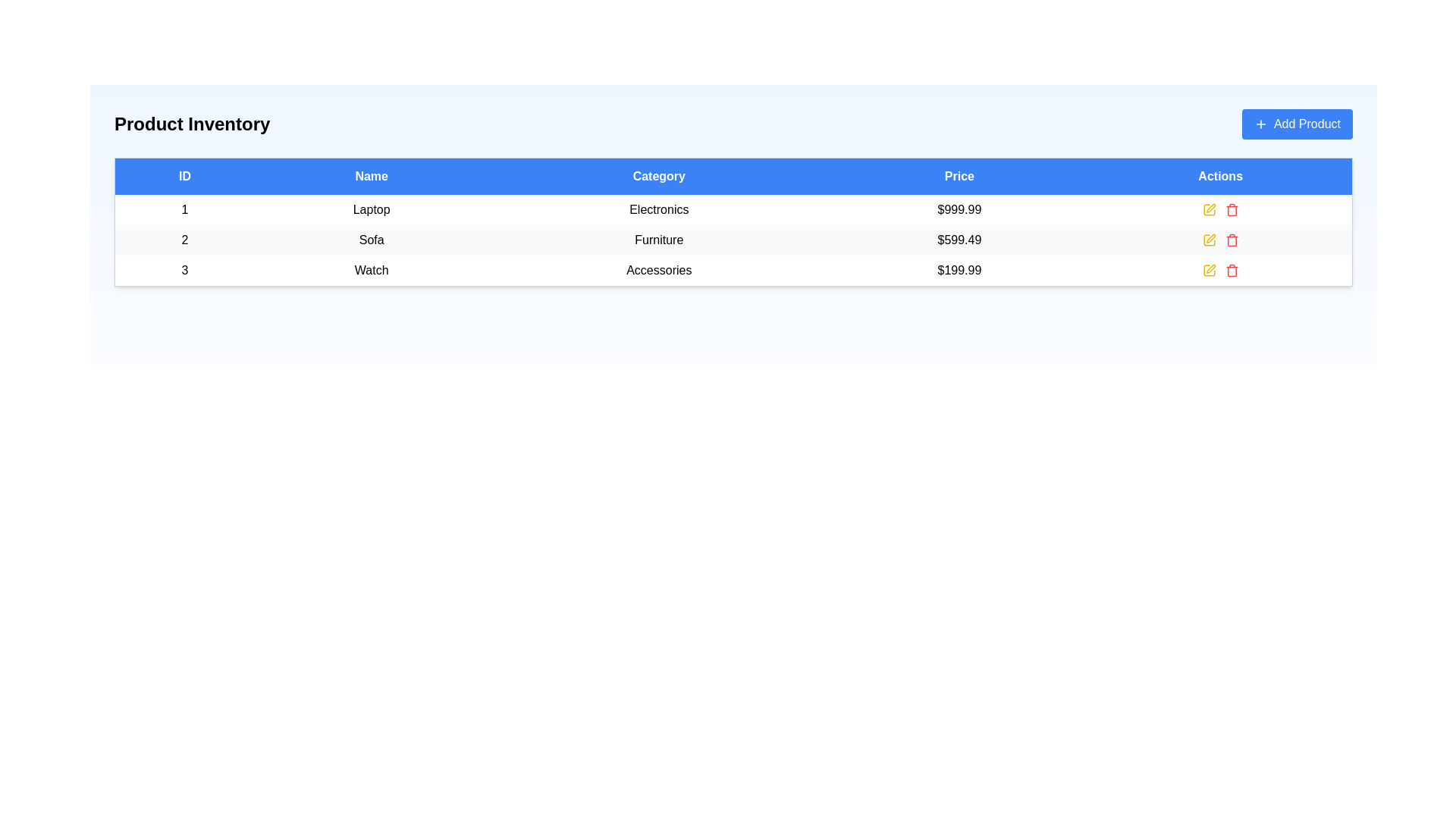  What do you see at coordinates (959, 270) in the screenshot?
I see `the price label displaying '$199.99' in bold, black text, located in the fourth column of the third row of the product inventory table` at bounding box center [959, 270].